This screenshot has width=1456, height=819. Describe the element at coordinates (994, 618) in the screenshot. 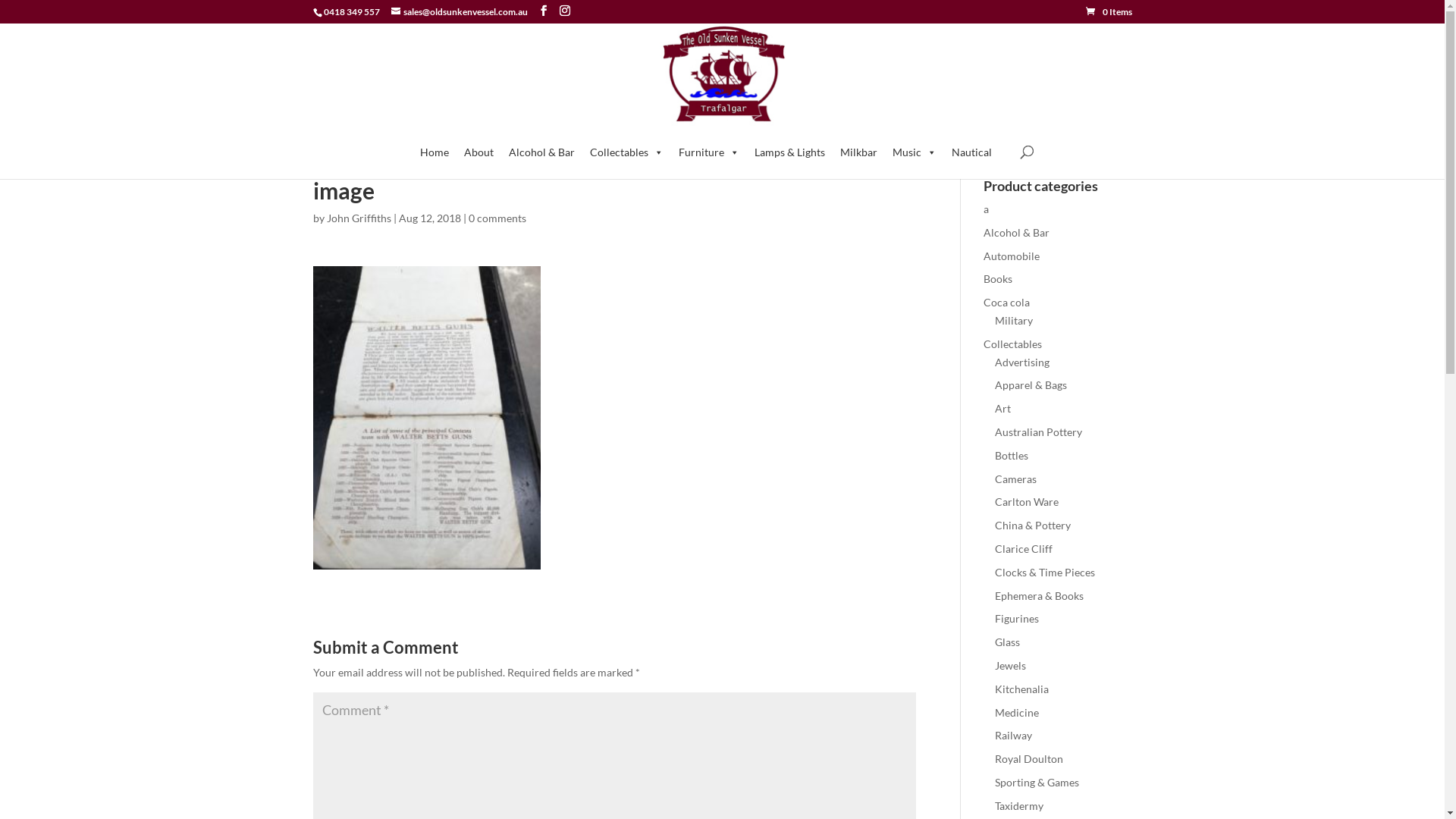

I see `'Figurines'` at that location.